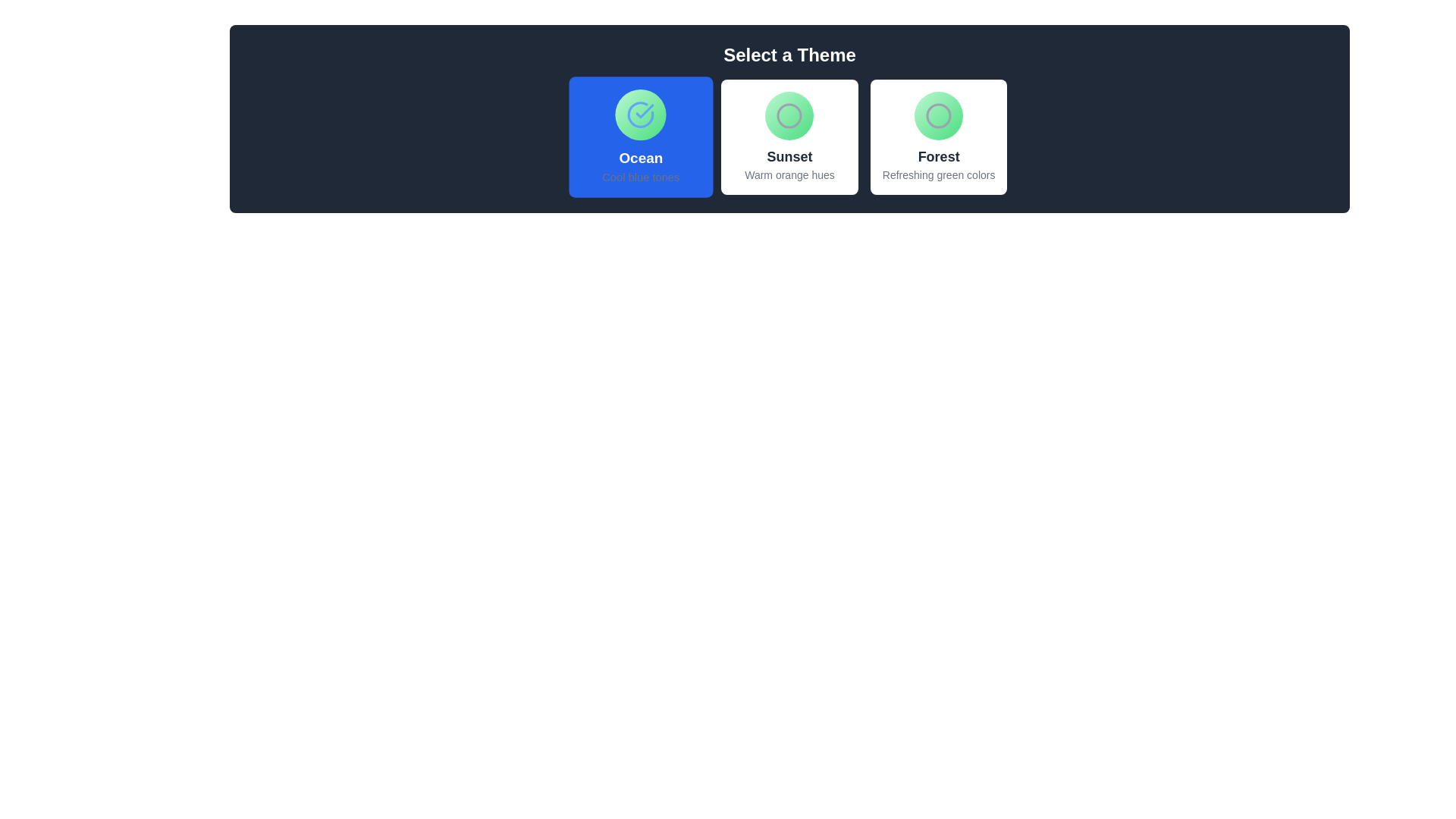  What do you see at coordinates (789, 157) in the screenshot?
I see `text label 'Sunset' which is styled in a larger, bold font and is positioned above the description 'Warm orange hues' within the second theme card` at bounding box center [789, 157].